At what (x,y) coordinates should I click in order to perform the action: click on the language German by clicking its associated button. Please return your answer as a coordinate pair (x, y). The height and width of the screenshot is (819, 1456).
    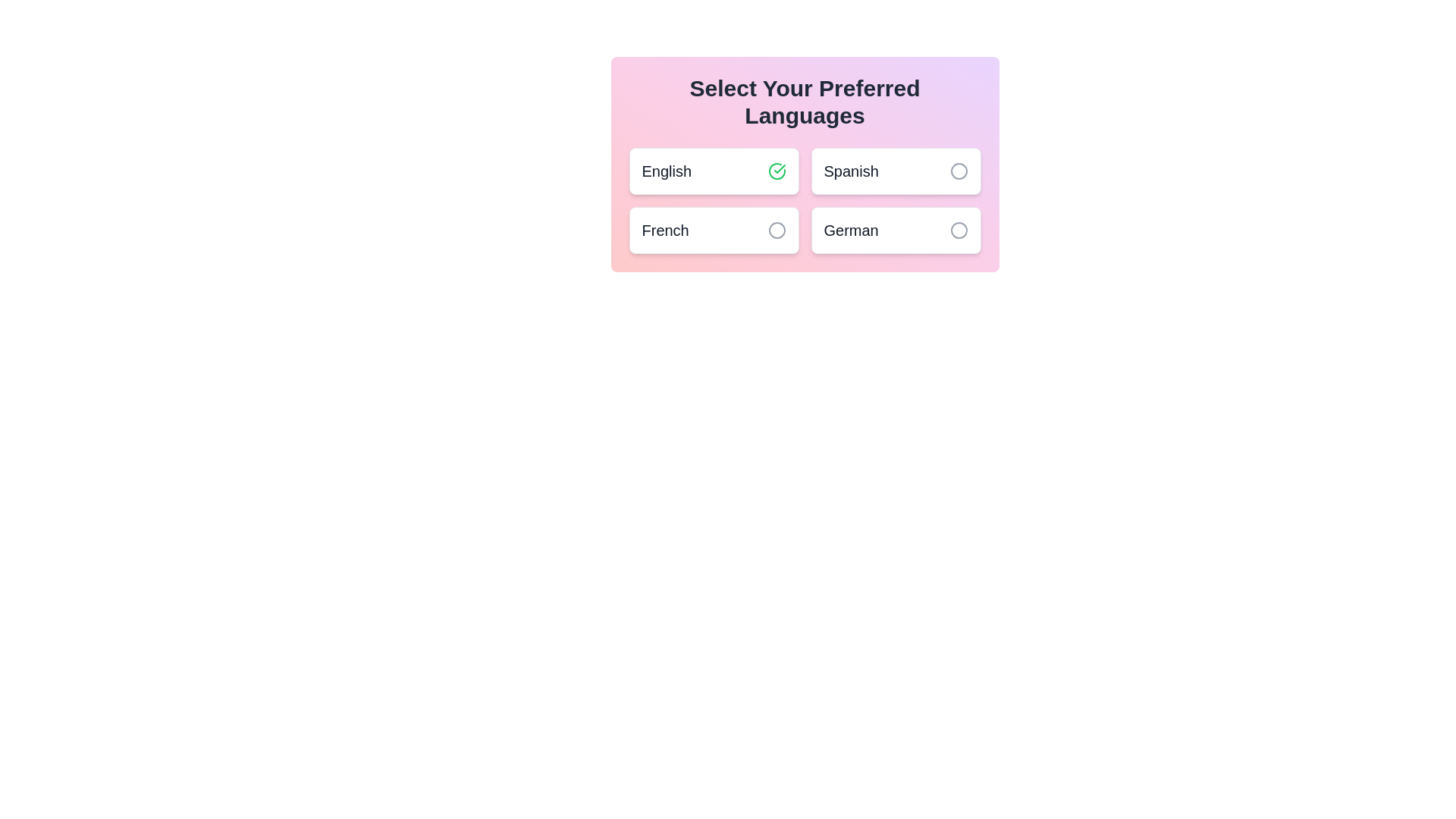
    Looking at the image, I should click on (958, 231).